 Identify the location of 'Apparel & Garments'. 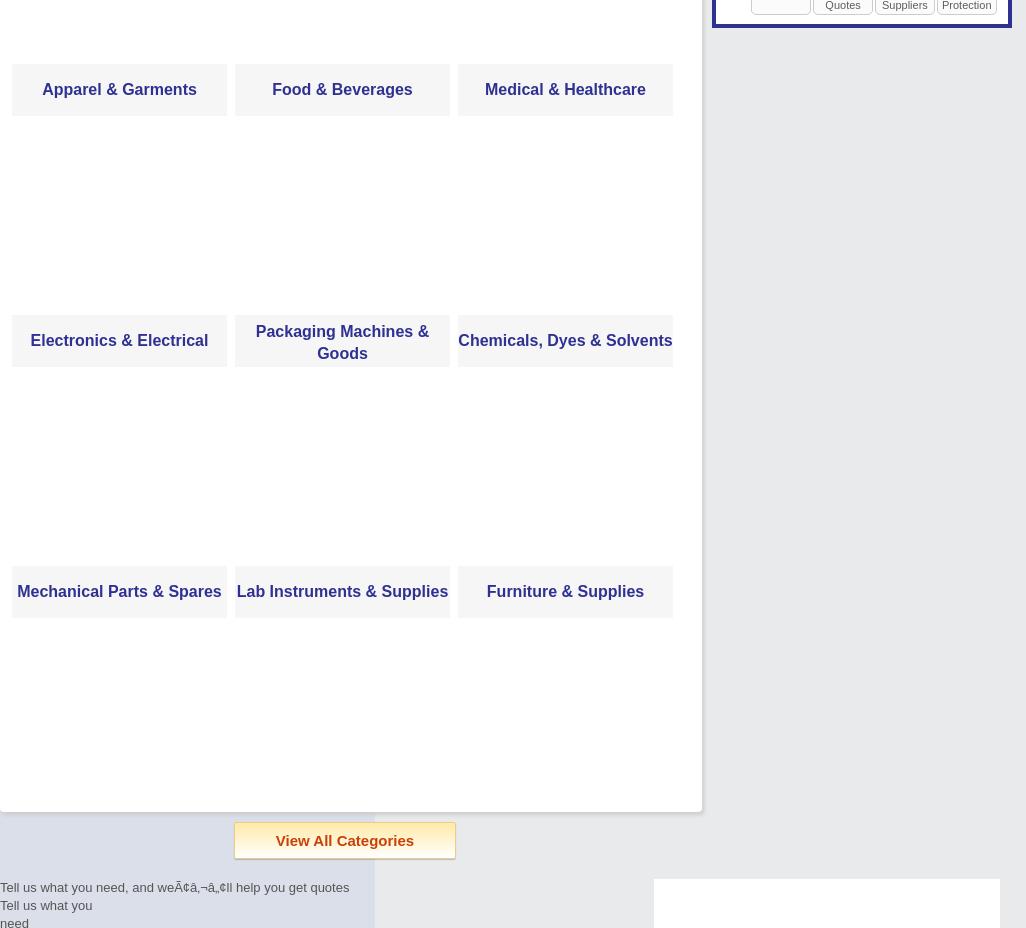
(119, 88).